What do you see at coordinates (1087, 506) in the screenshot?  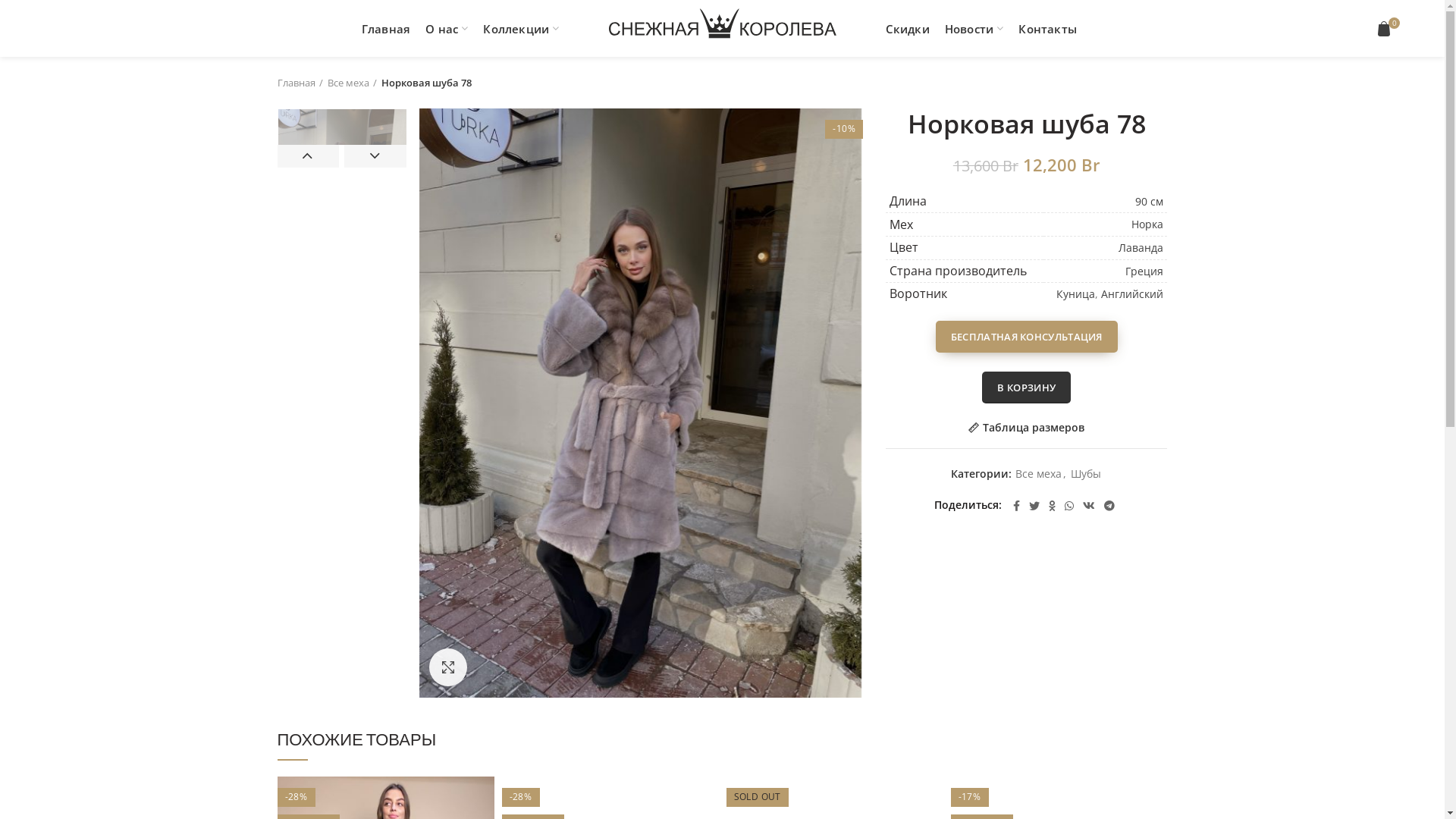 I see `'VK'` at bounding box center [1087, 506].